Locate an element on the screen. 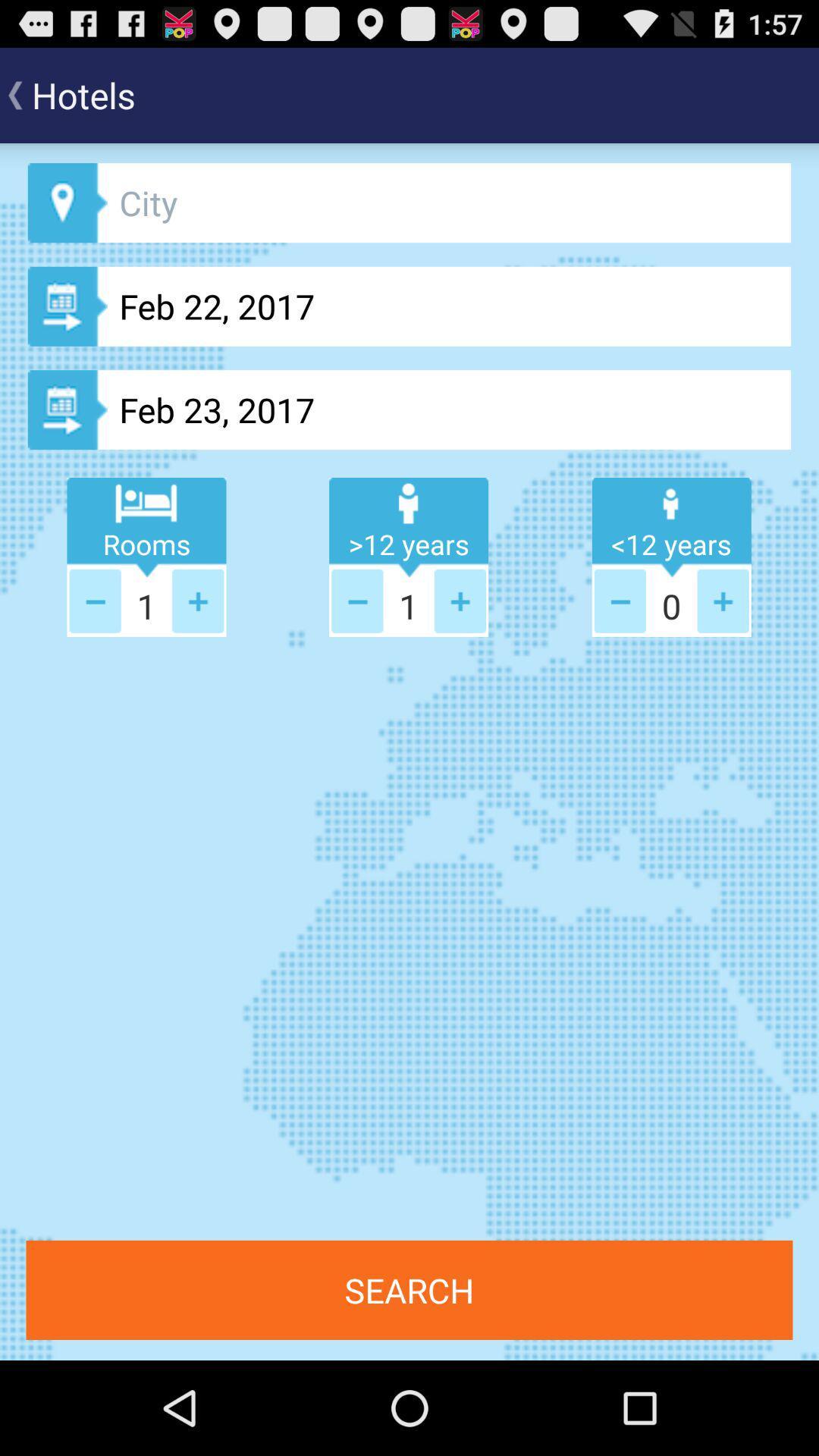 The image size is (819, 1456). the decrease of rooms is located at coordinates (95, 600).